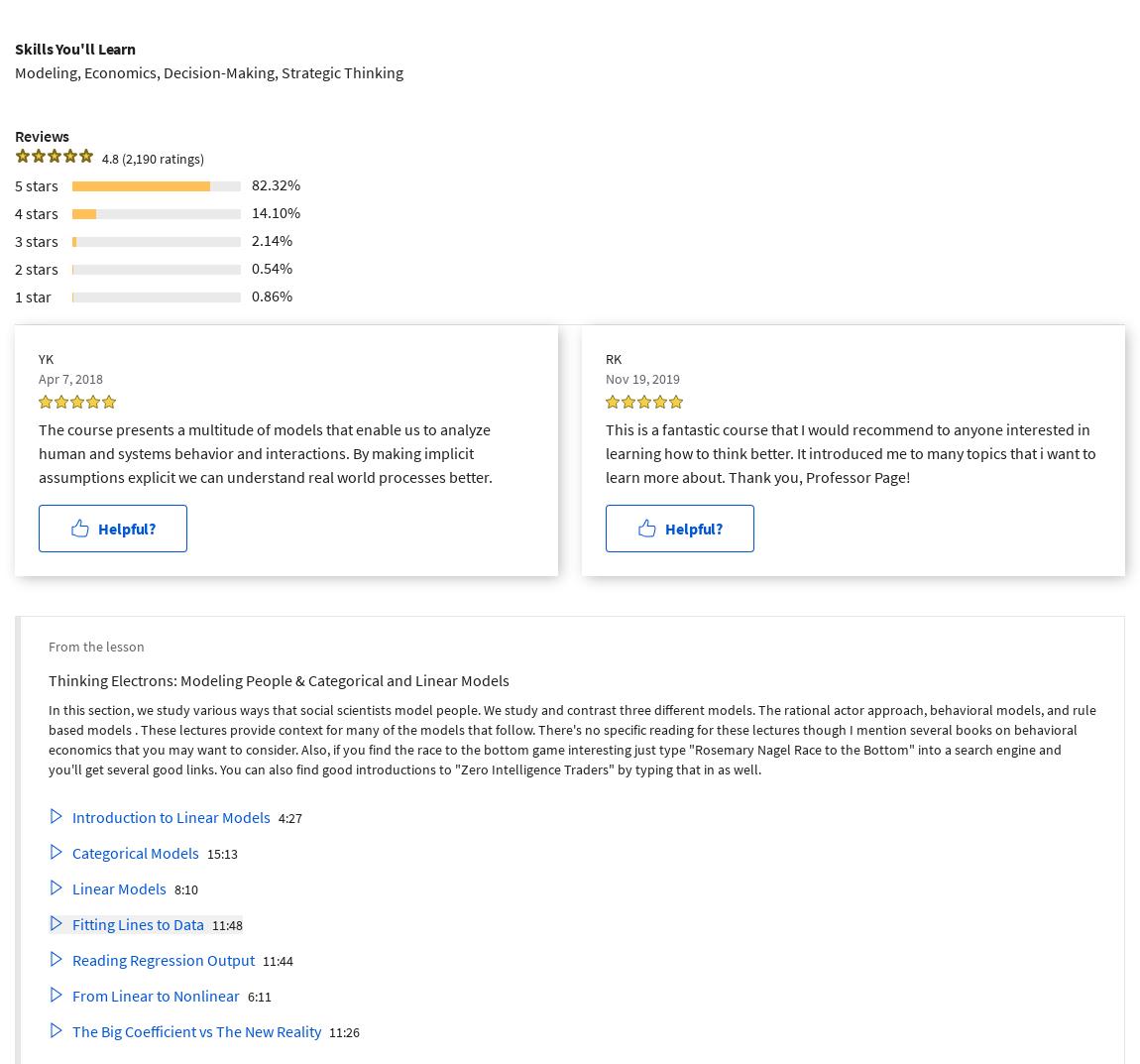  I want to click on '3 stars', so click(36, 238).